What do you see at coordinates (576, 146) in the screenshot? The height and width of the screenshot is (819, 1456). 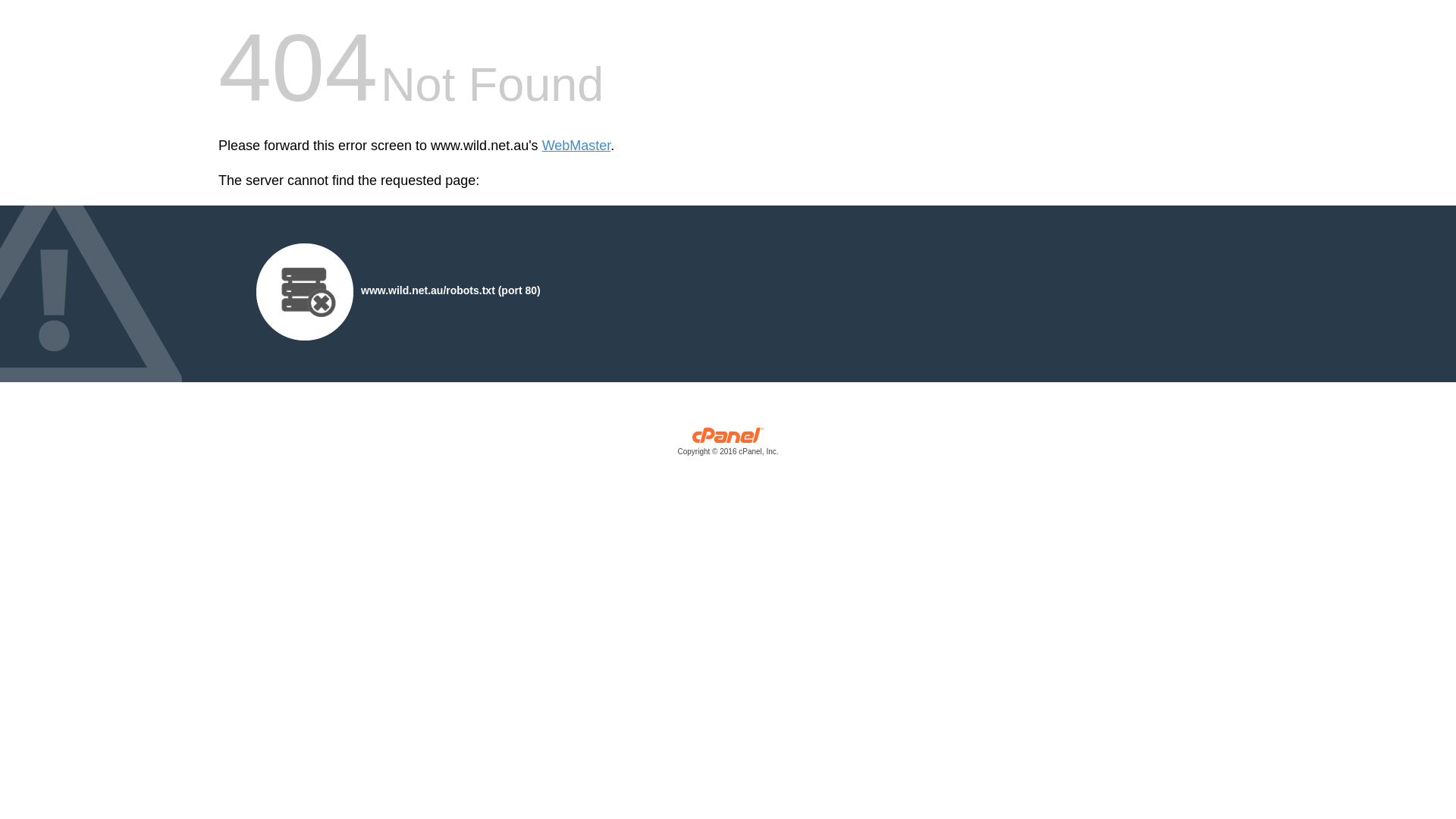 I see `'WebMaster'` at bounding box center [576, 146].